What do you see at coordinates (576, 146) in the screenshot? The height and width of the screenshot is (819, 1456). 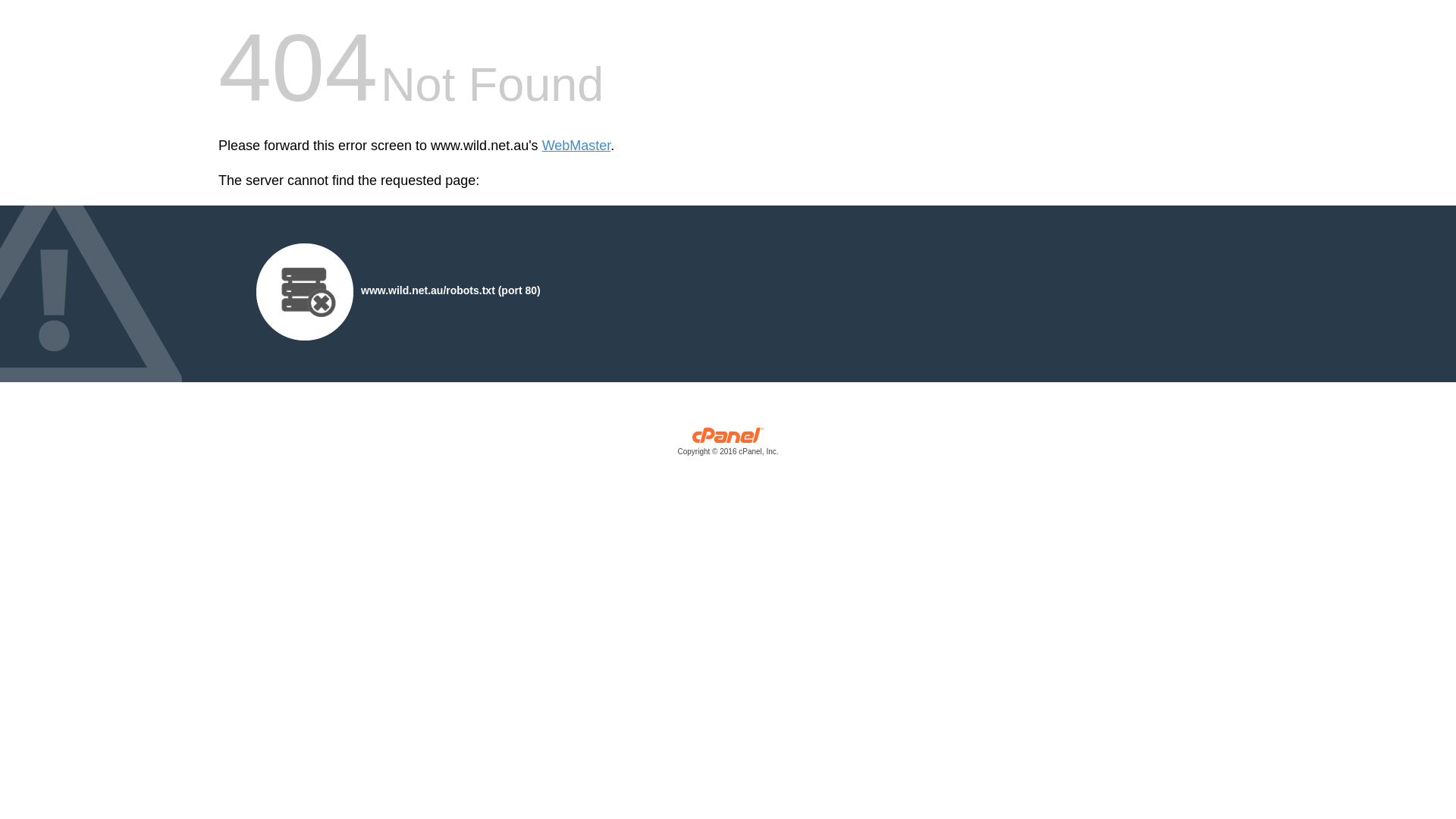 I see `'WebMaster'` at bounding box center [576, 146].